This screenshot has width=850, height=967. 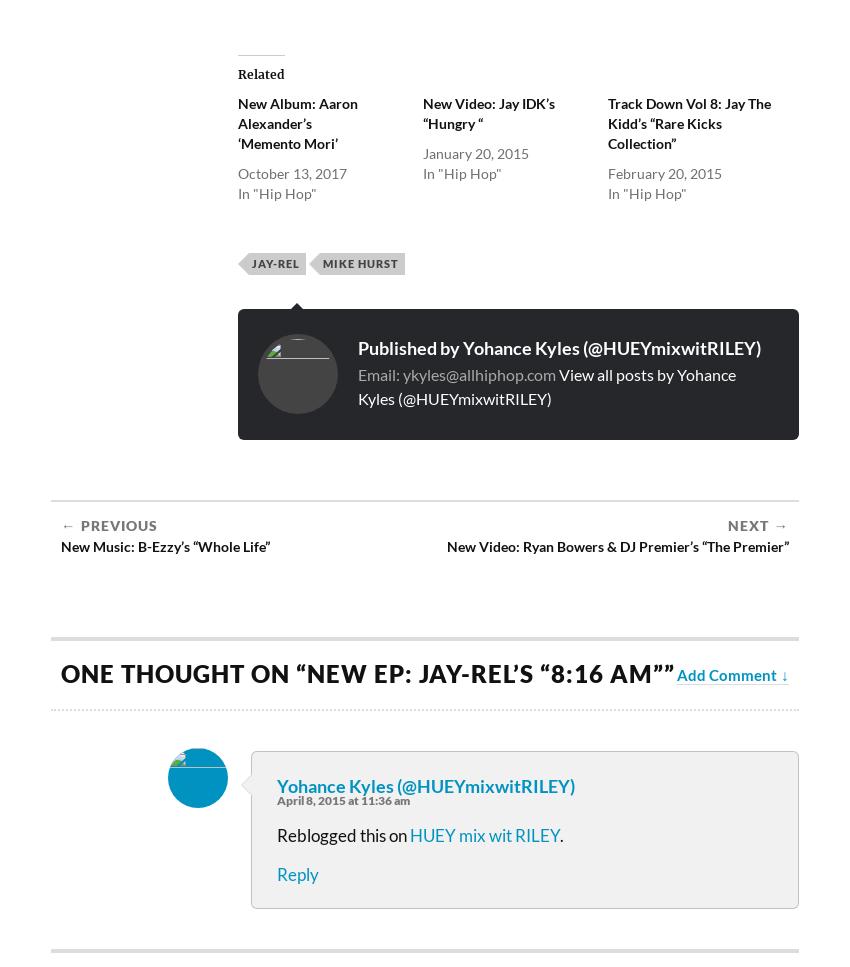 I want to click on 'Jay-Rel', so click(x=274, y=262).